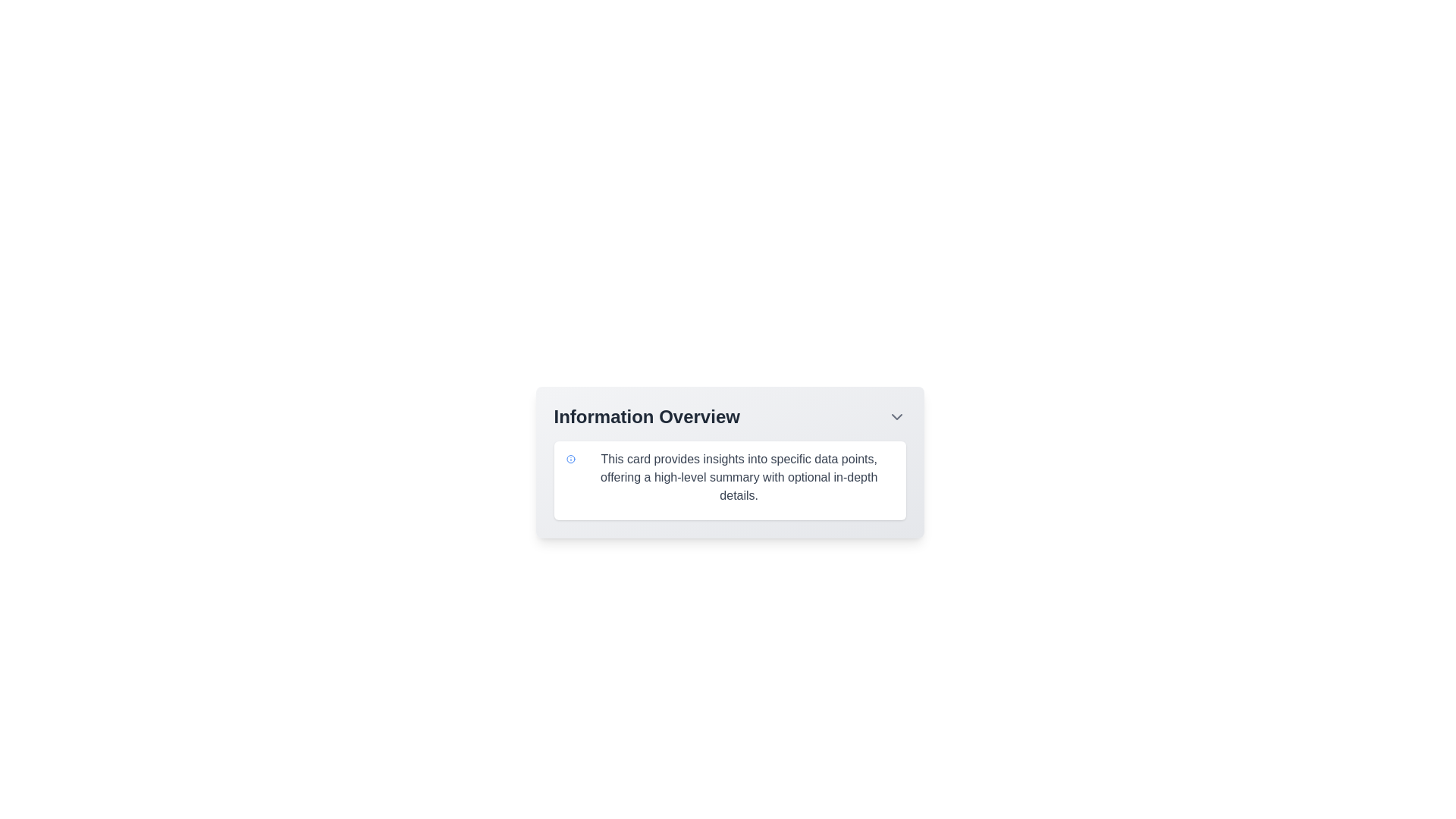  Describe the element at coordinates (739, 476) in the screenshot. I see `static text block displaying 'This card provides insights into specific data points, offering a high-level summary with optional in-depth details.' located beside the blue information icon` at that location.